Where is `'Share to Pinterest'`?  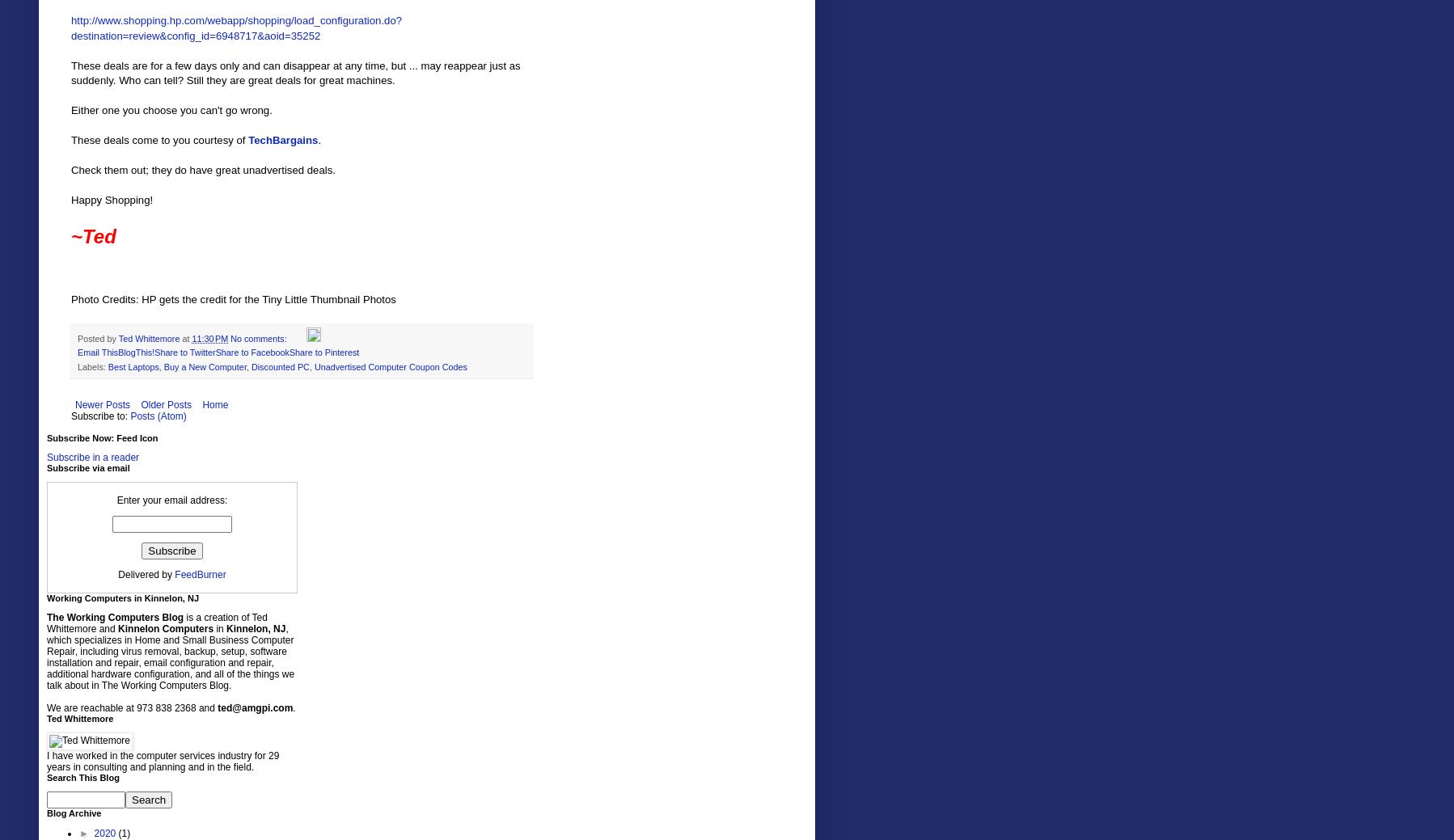
'Share to Pinterest' is located at coordinates (323, 351).